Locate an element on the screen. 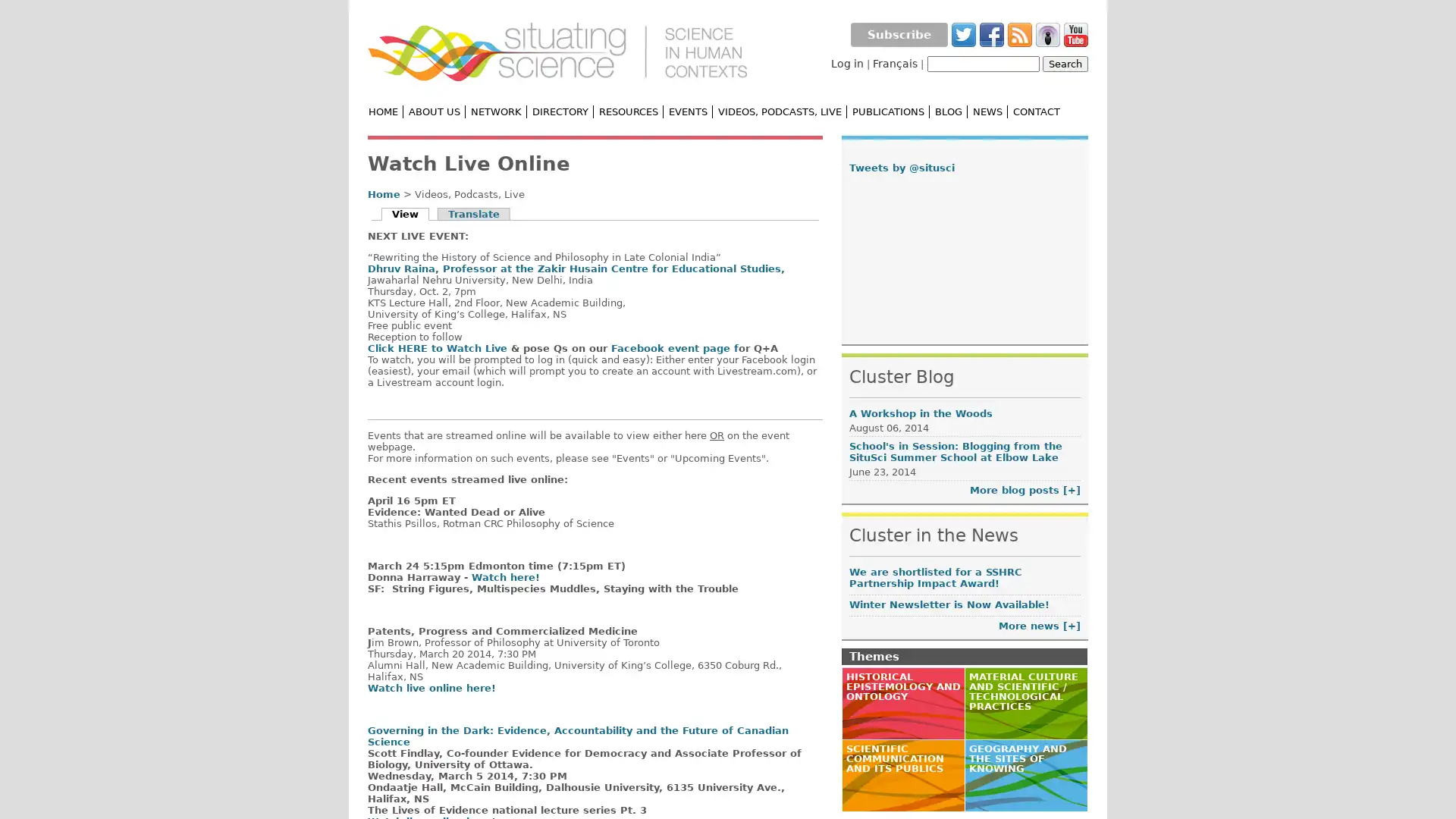 The image size is (1456, 819). Search is located at coordinates (1065, 63).